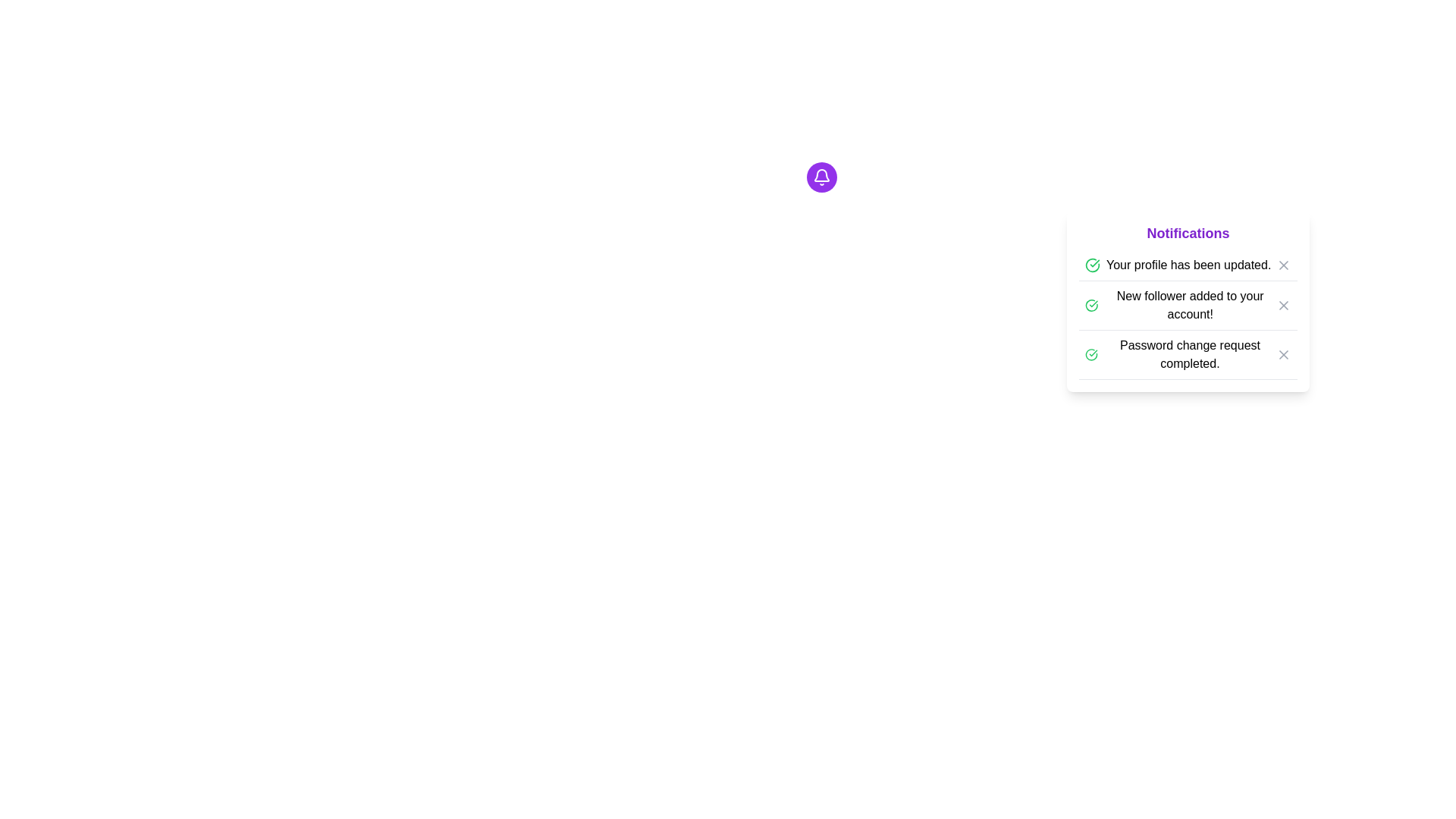 This screenshot has height=819, width=1456. What do you see at coordinates (1187, 354) in the screenshot?
I see `notification message that says 'Password change request completed.' located as the third item in the list of notifications` at bounding box center [1187, 354].